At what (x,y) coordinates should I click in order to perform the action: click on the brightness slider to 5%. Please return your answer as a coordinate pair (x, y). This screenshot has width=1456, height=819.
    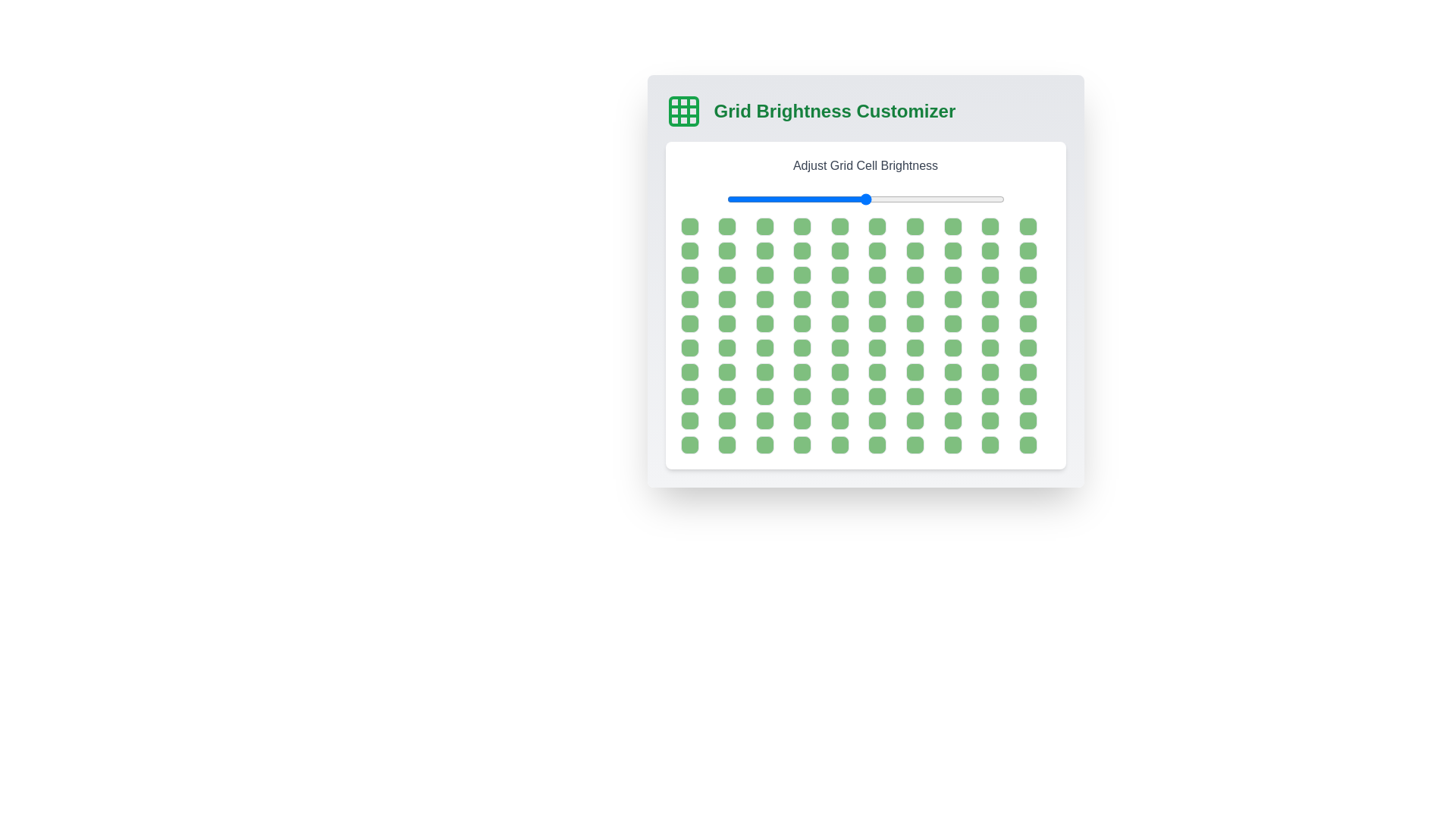
    Looking at the image, I should click on (740, 198).